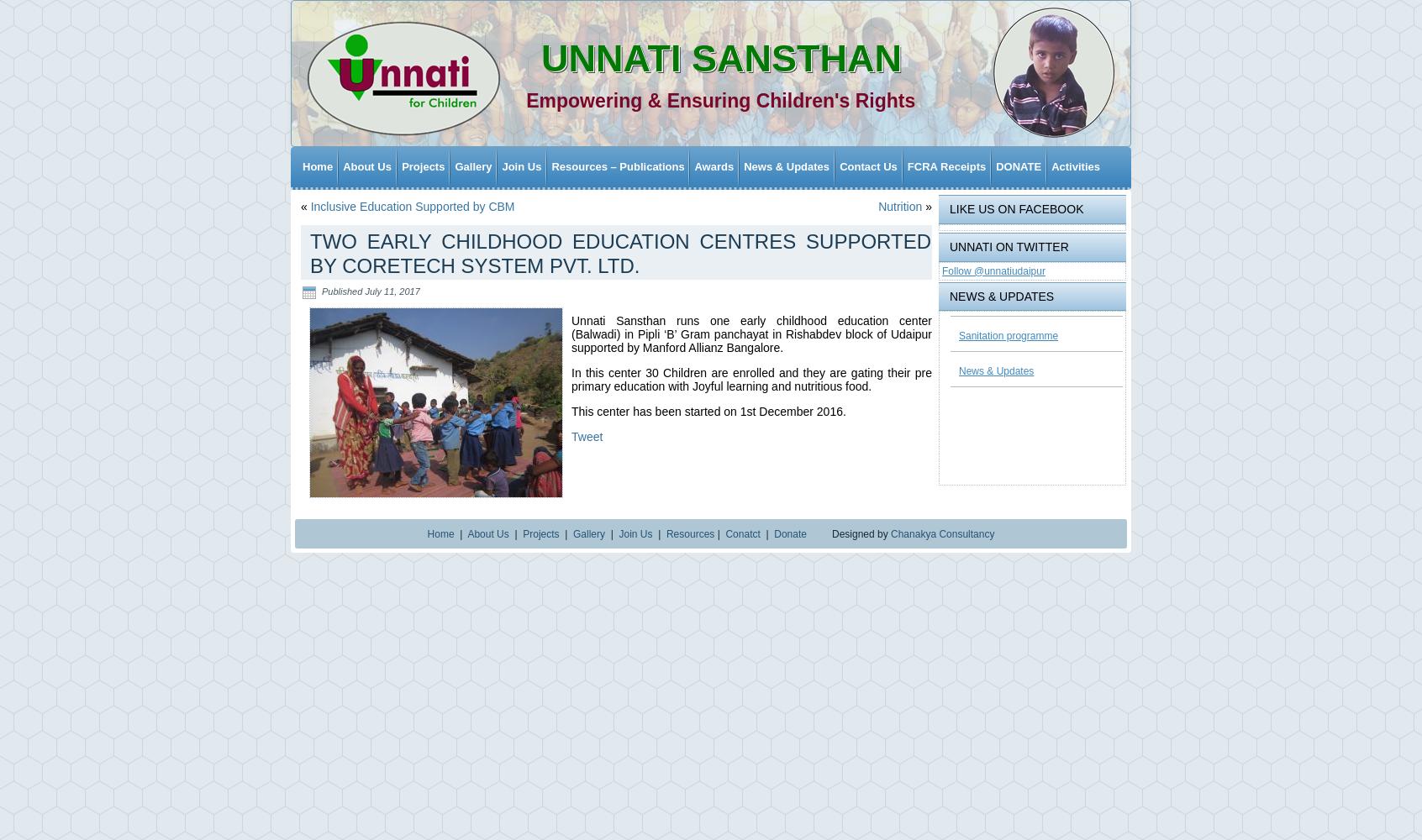  Describe the element at coordinates (548, 768) in the screenshot. I see `'Social Mapping Meeting'` at that location.